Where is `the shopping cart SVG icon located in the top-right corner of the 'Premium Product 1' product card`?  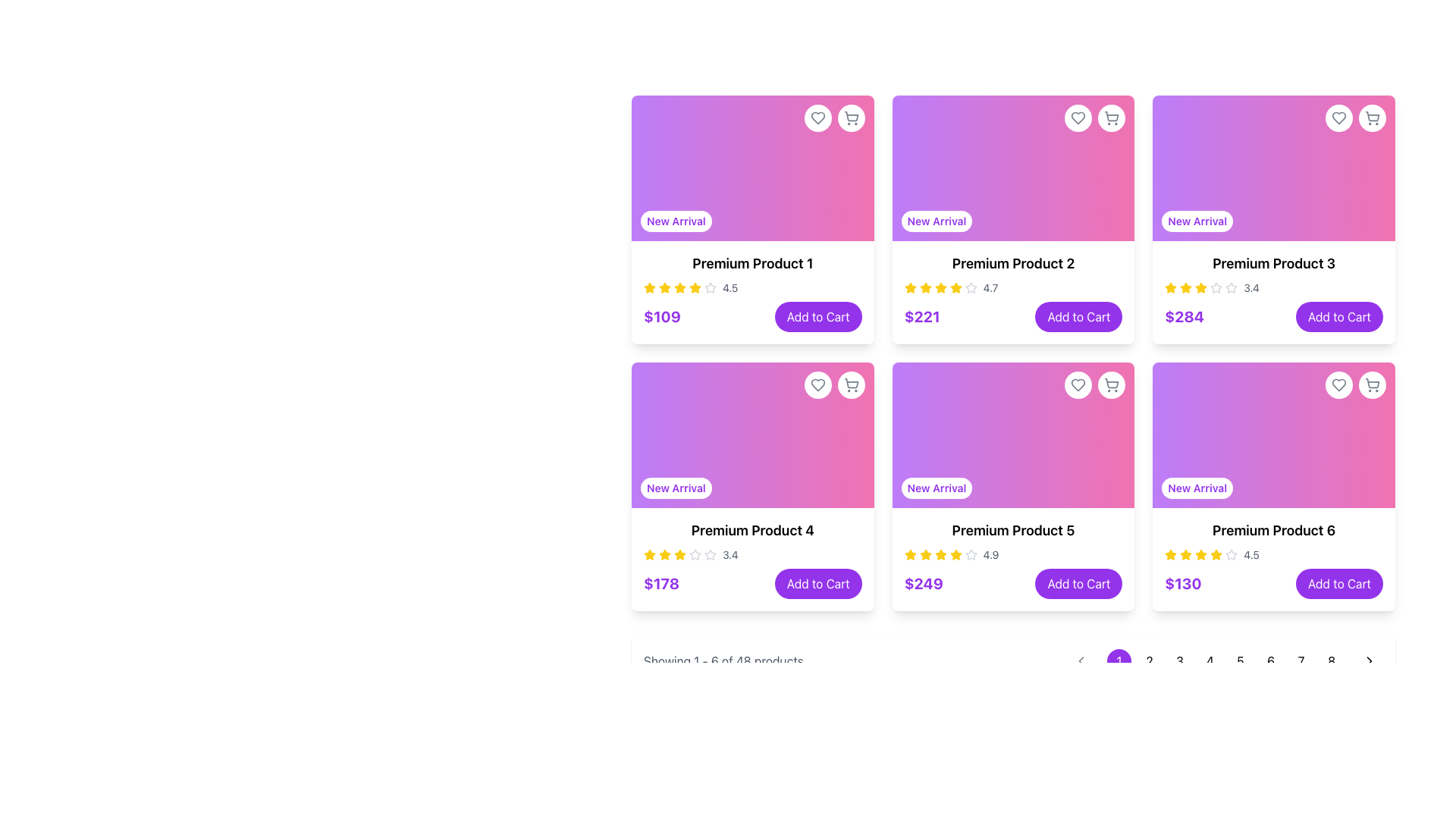
the shopping cart SVG icon located in the top-right corner of the 'Premium Product 1' product card is located at coordinates (851, 117).